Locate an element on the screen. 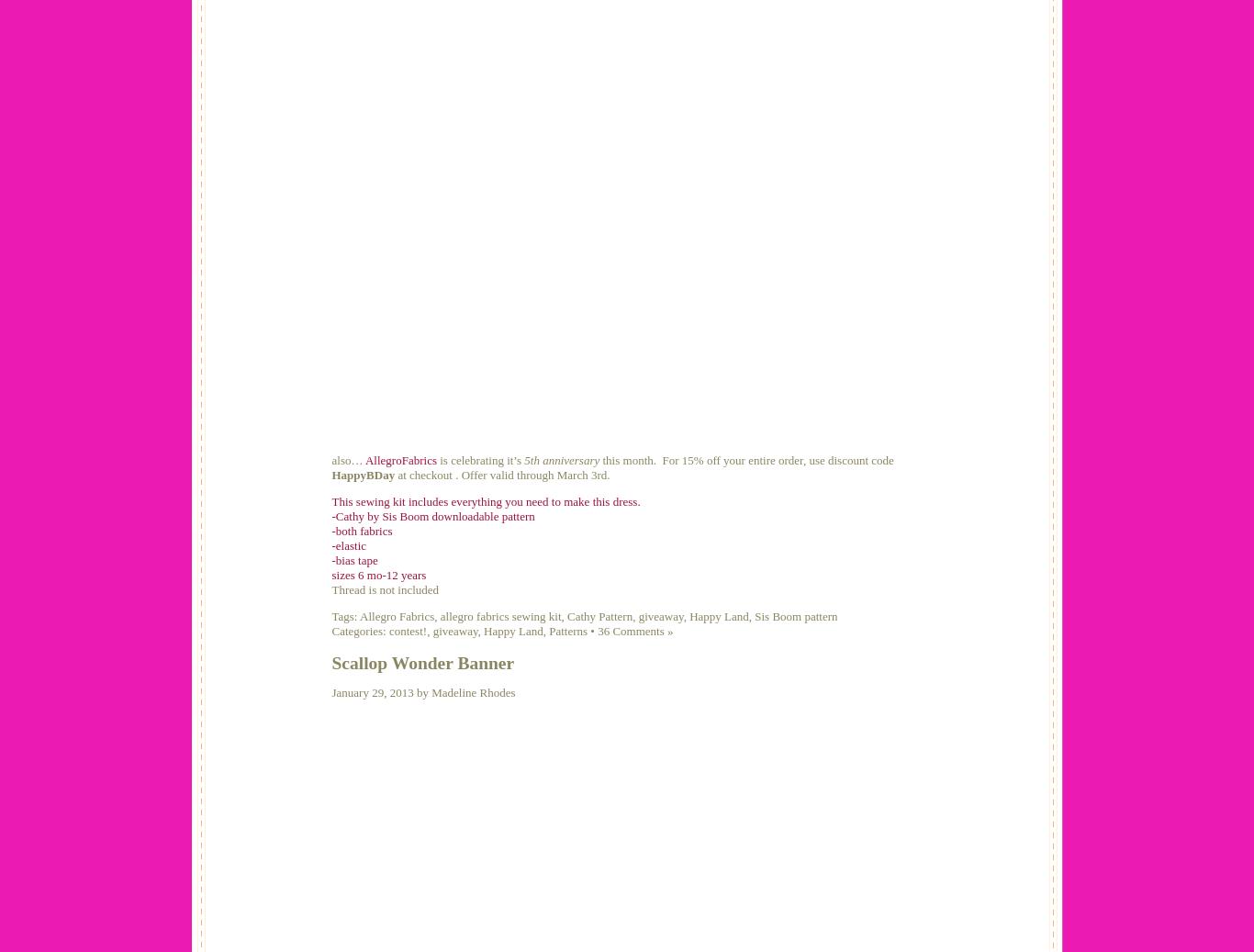  'Sis Boom pattern' is located at coordinates (795, 615).